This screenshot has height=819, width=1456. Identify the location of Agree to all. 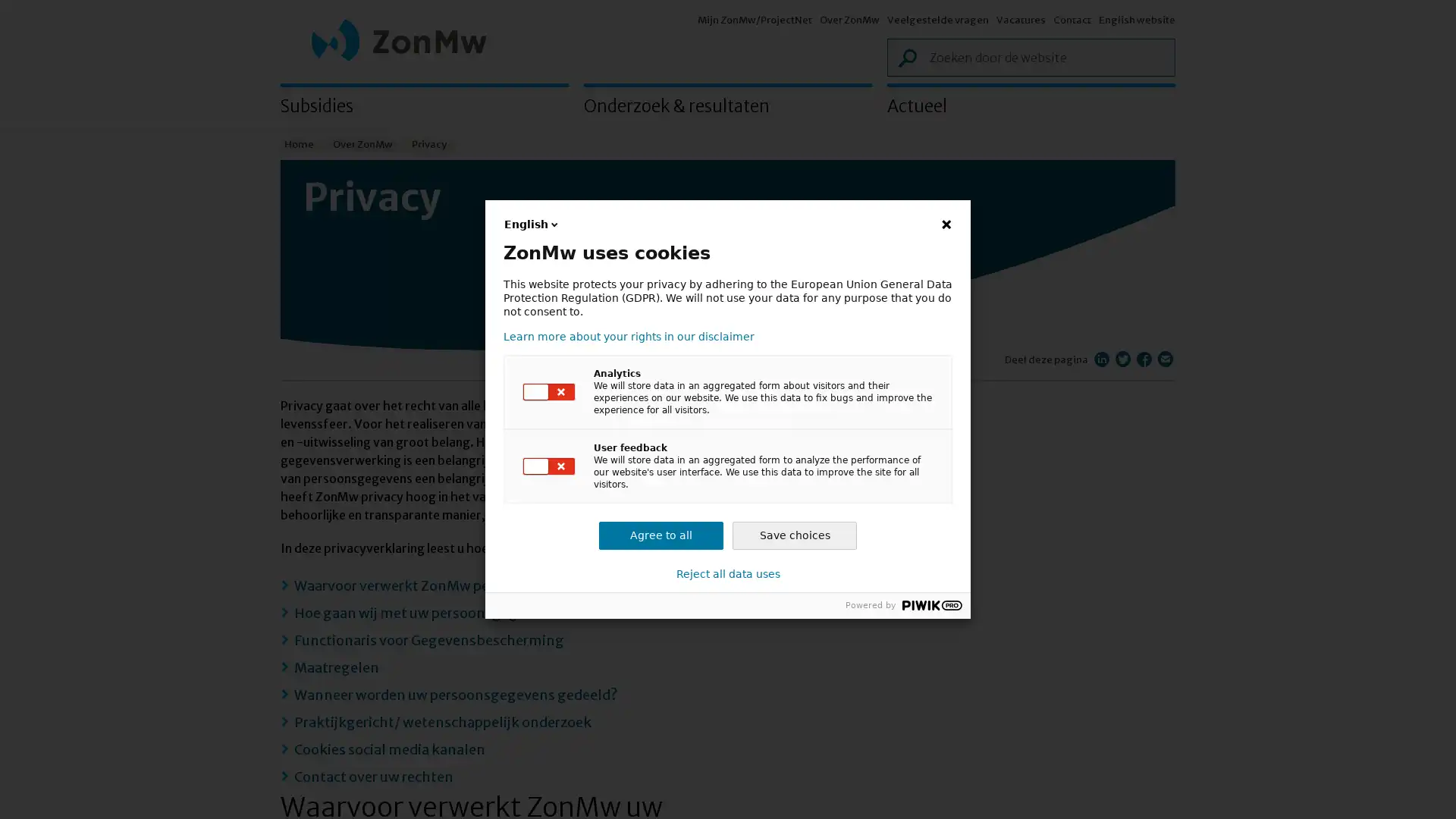
(661, 535).